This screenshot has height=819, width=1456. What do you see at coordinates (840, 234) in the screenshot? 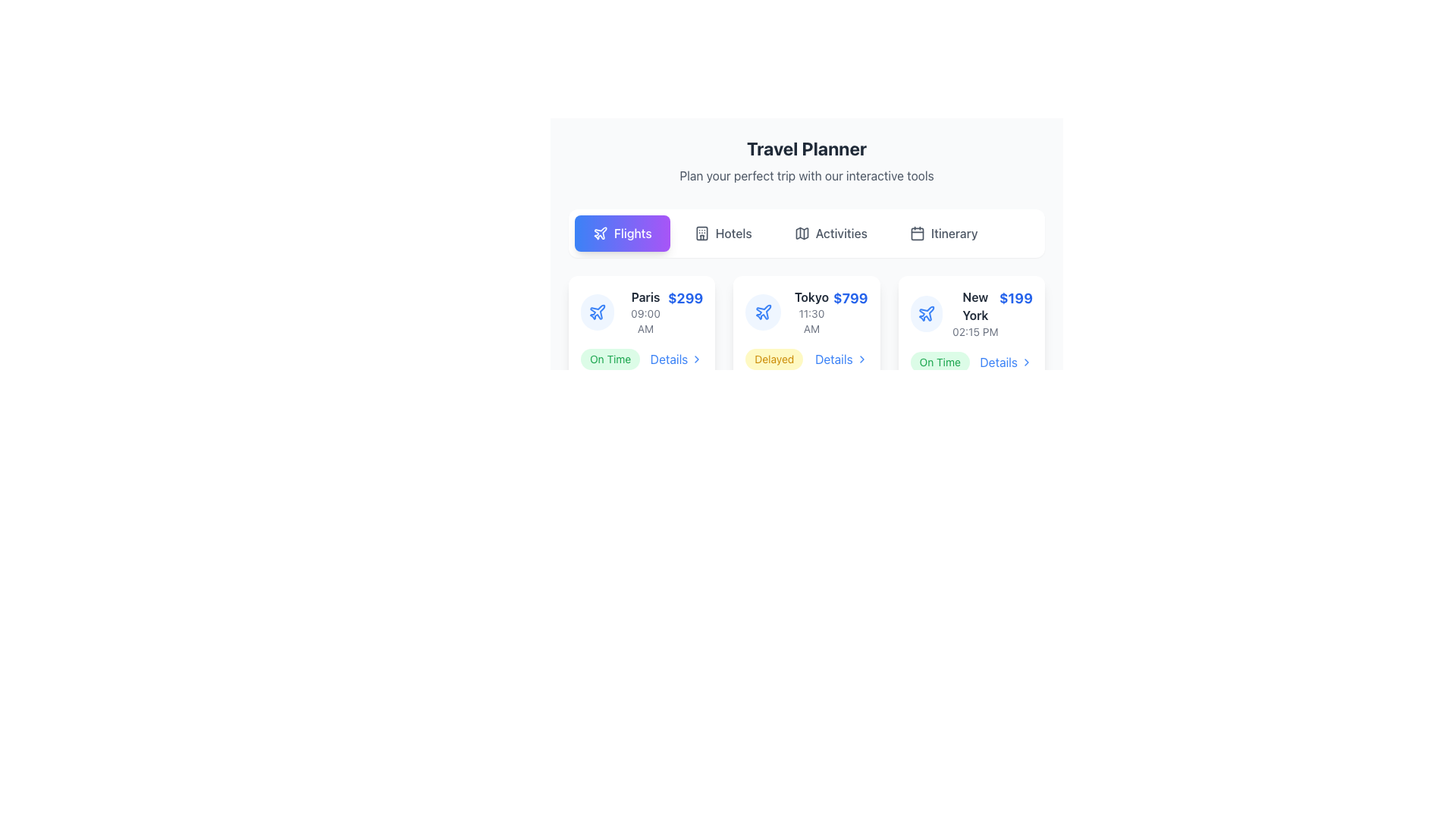
I see `the 'Activities' label in the horizontal menu bar, which is styled in a medium-weight font and is centrally aligned within the navigation menu` at bounding box center [840, 234].